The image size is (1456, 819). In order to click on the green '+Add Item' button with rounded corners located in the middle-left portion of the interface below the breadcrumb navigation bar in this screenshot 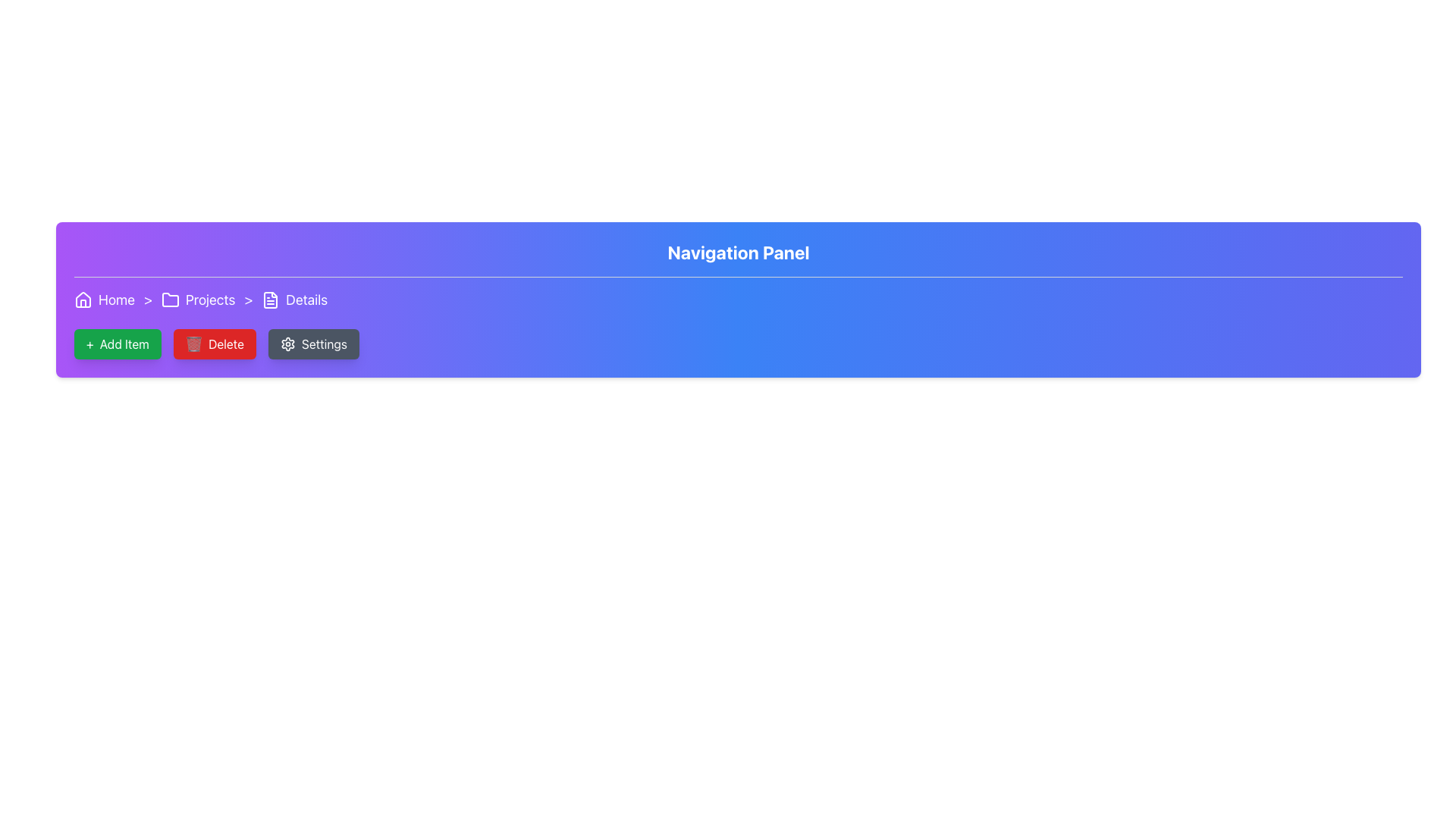, I will do `click(117, 344)`.